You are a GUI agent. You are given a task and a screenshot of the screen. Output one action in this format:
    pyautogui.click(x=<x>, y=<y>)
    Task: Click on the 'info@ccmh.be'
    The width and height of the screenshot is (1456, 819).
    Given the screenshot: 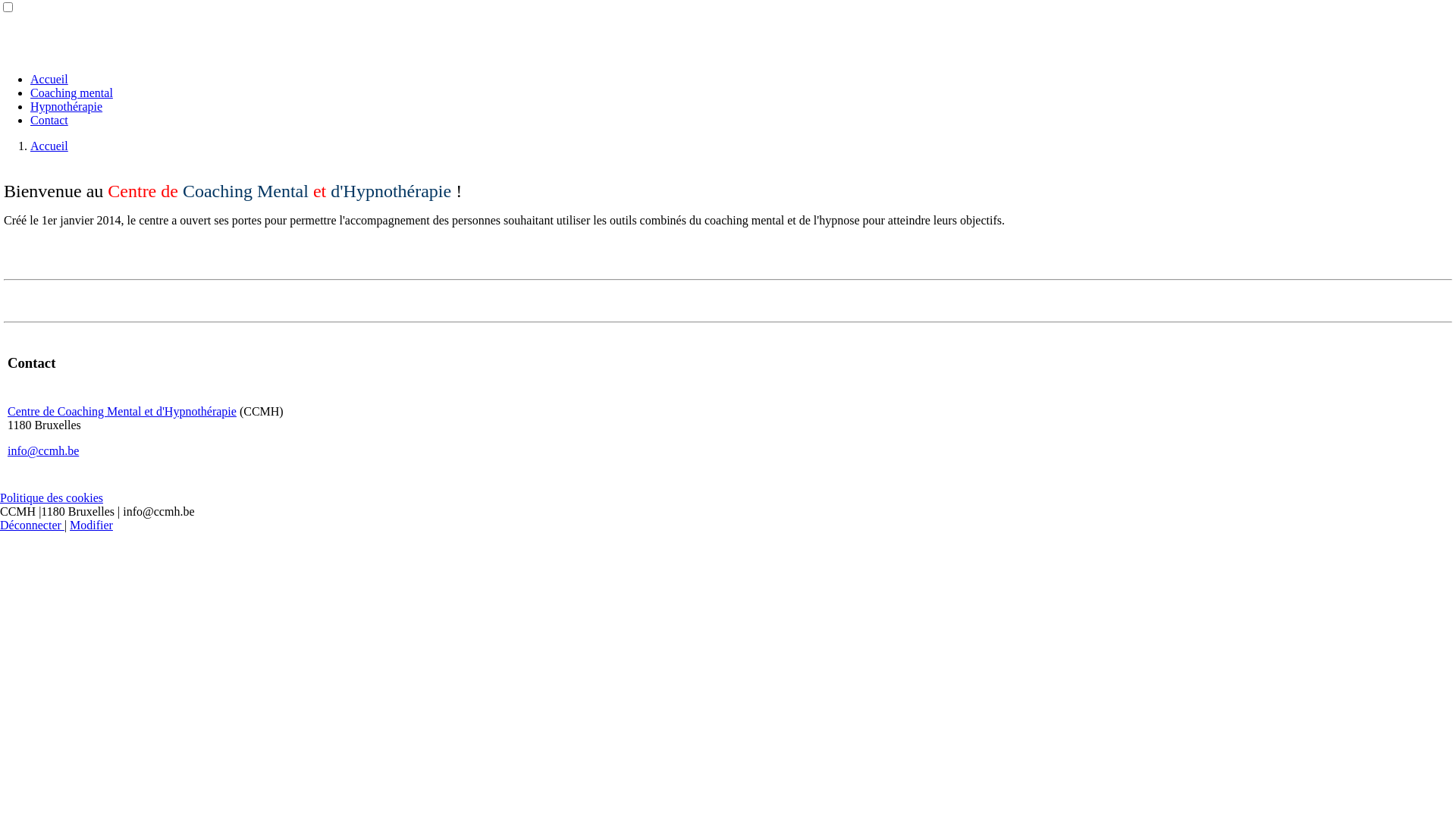 What is the action you would take?
    pyautogui.click(x=43, y=450)
    